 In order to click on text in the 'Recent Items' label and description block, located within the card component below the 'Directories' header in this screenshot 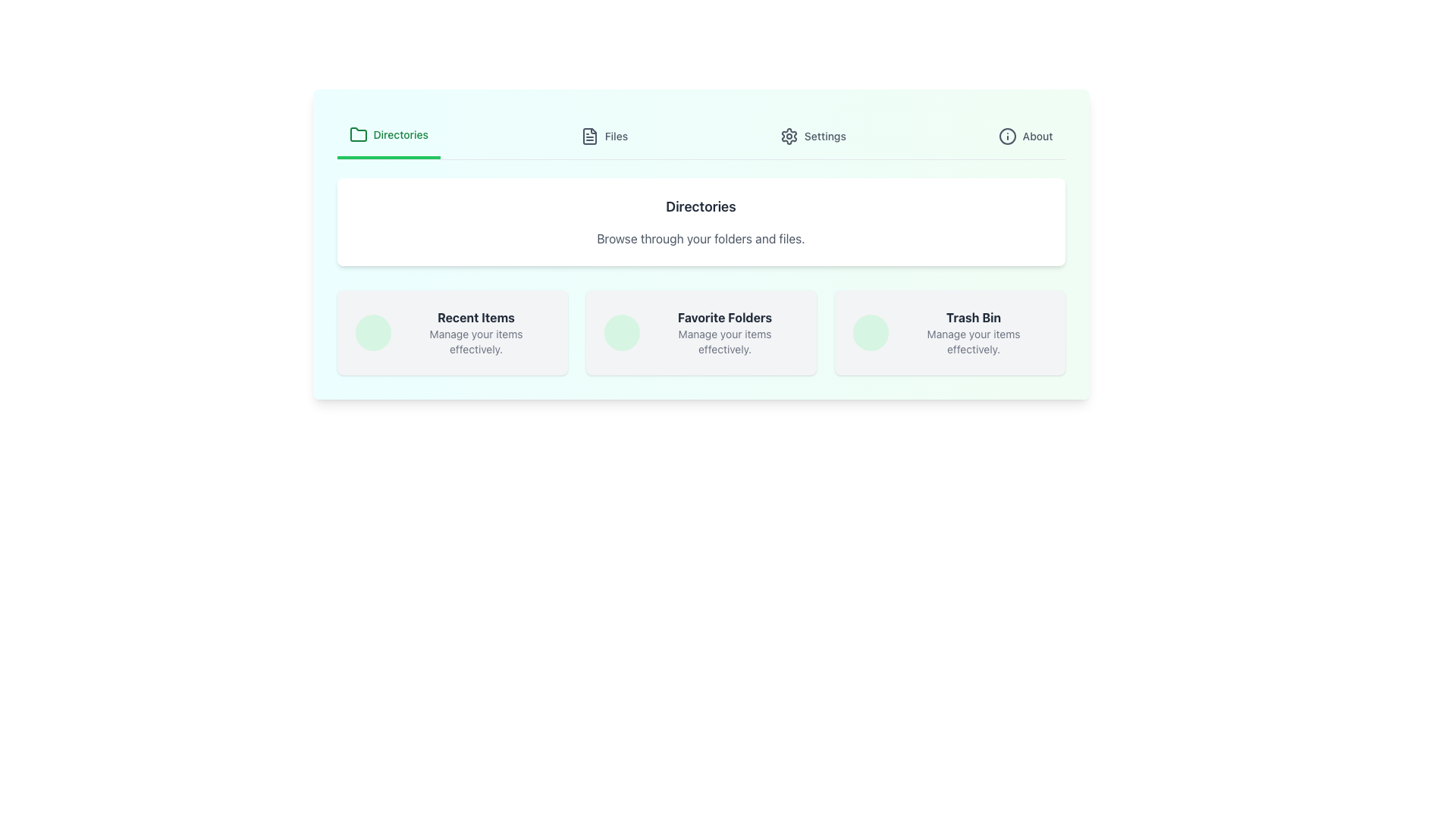, I will do `click(475, 332)`.